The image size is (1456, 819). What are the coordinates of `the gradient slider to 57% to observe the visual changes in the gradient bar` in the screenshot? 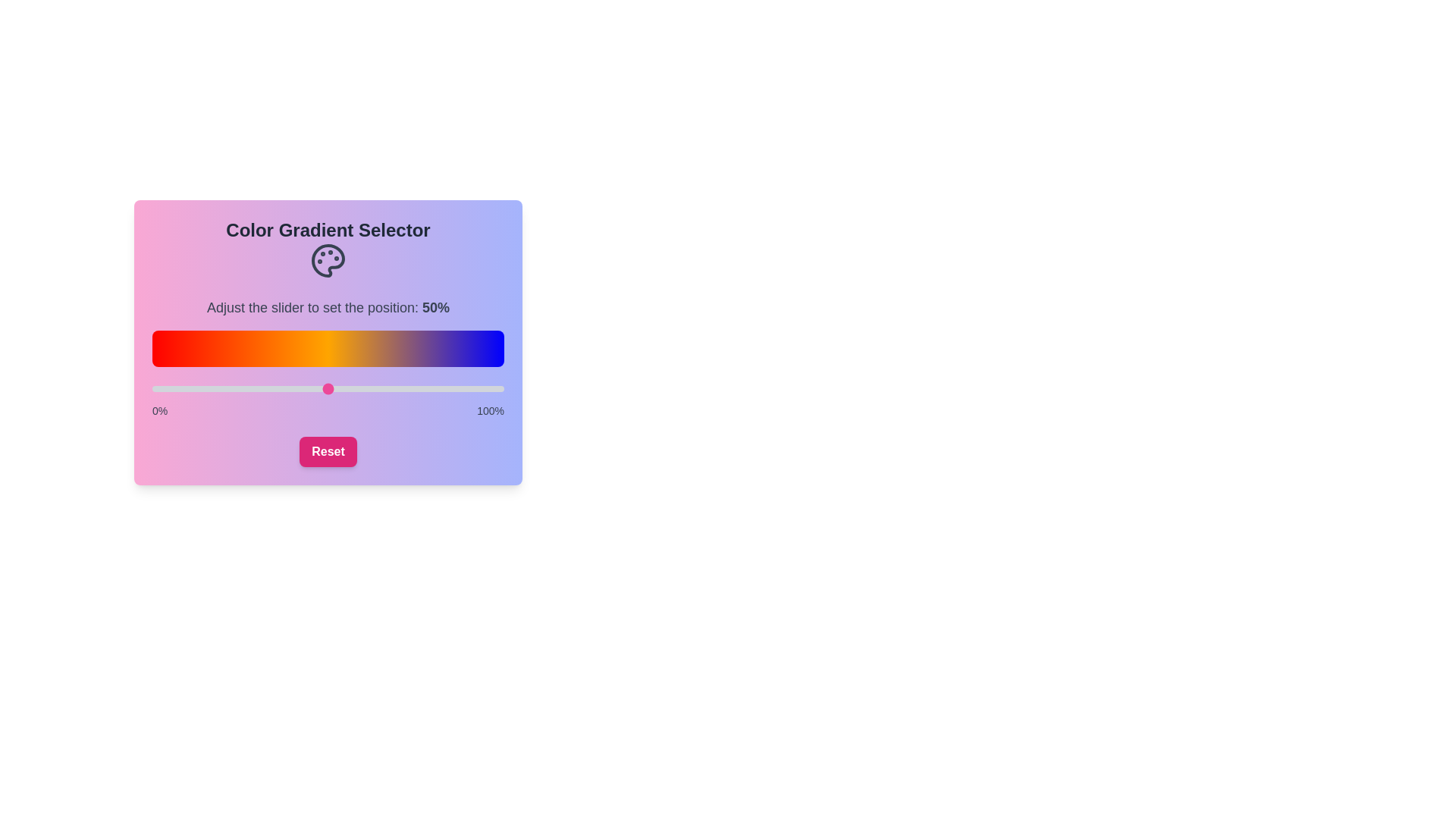 It's located at (352, 388).